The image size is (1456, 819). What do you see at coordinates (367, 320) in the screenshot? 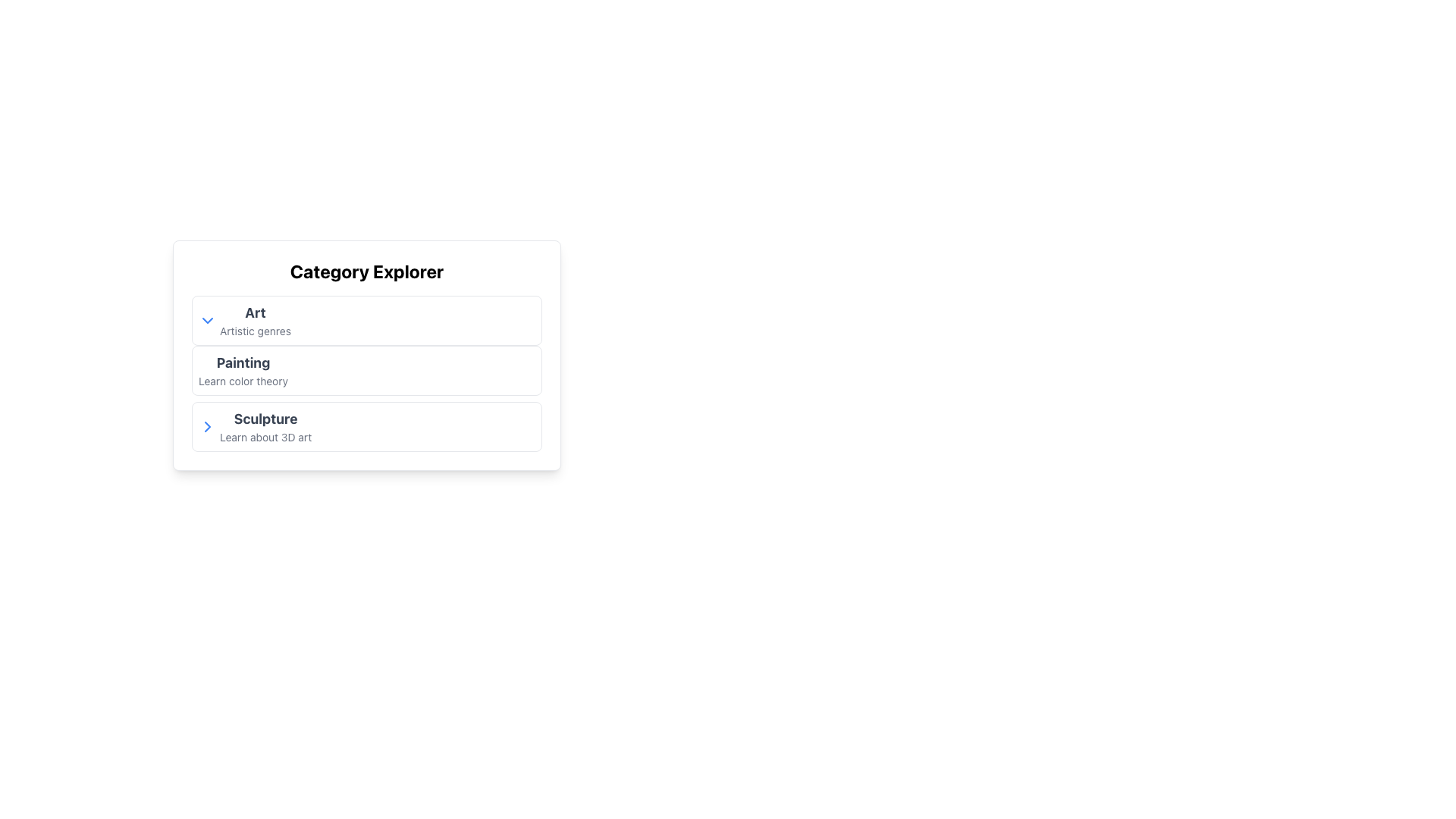
I see `the first interactive menu item representing the 'Art' category` at bounding box center [367, 320].